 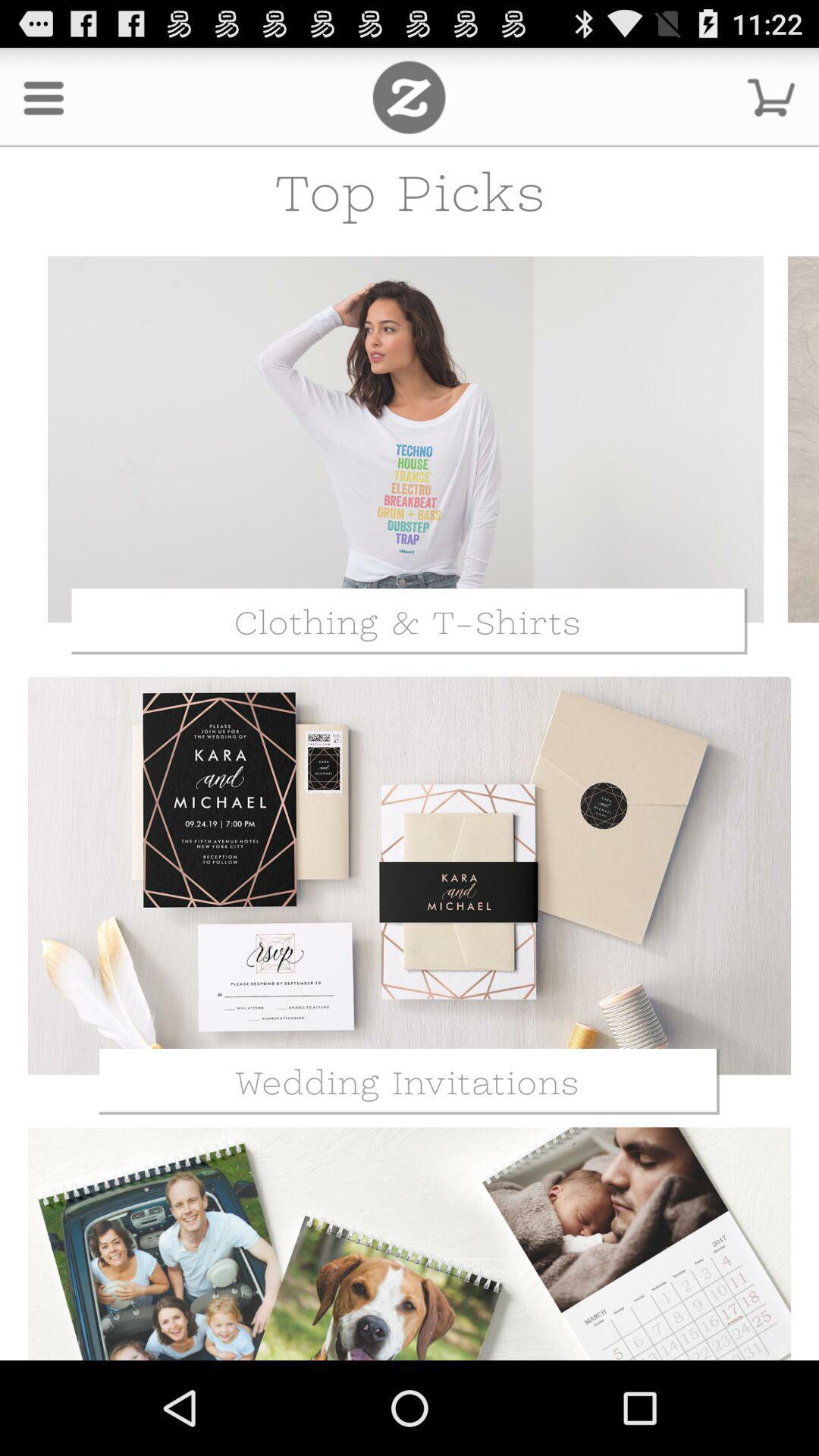 I want to click on open clothing t-shirts, so click(x=405, y=438).